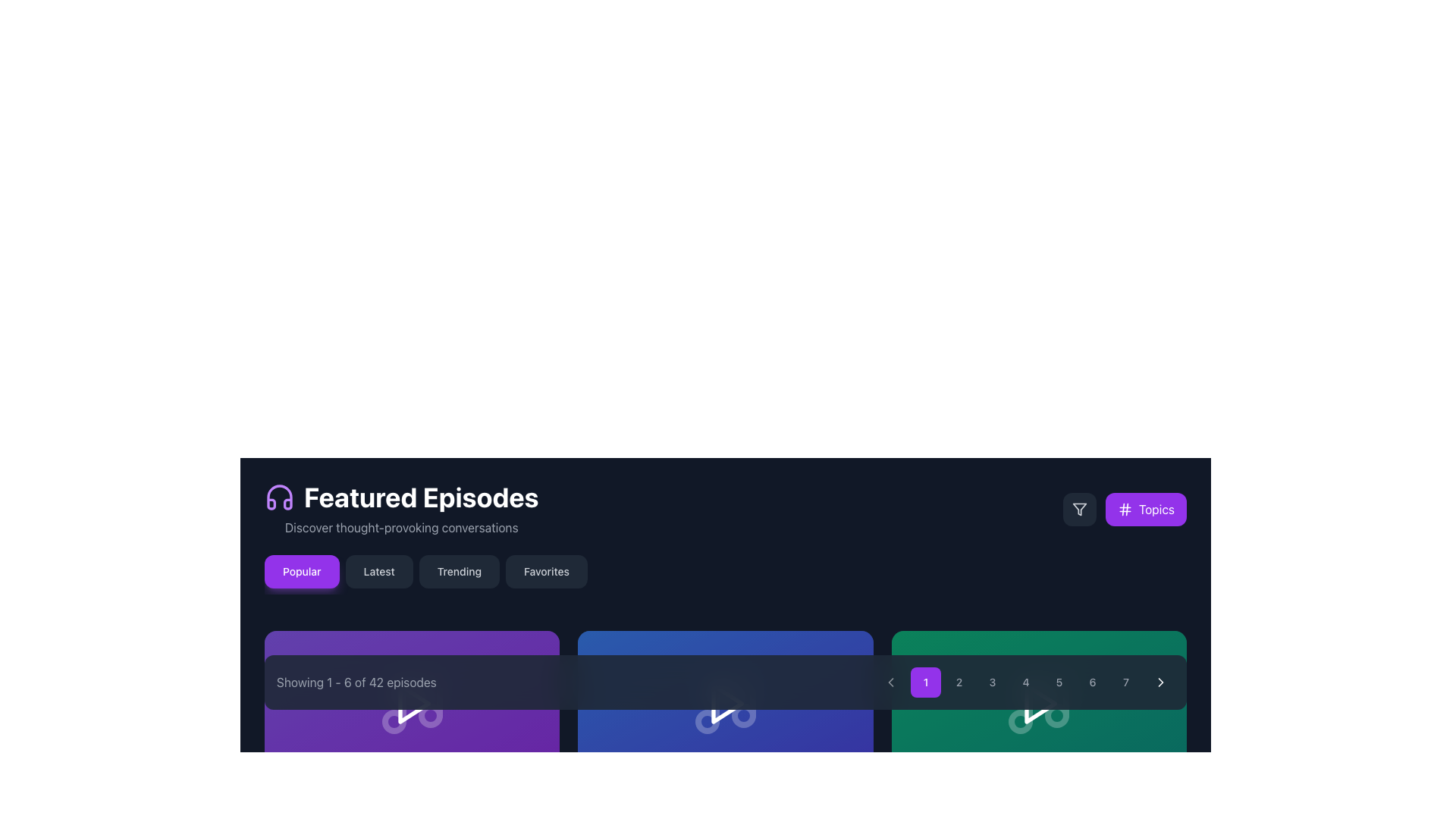 This screenshot has width=1456, height=819. I want to click on the 'Popular' button with a vibrant purple background and bold white text, so click(302, 571).